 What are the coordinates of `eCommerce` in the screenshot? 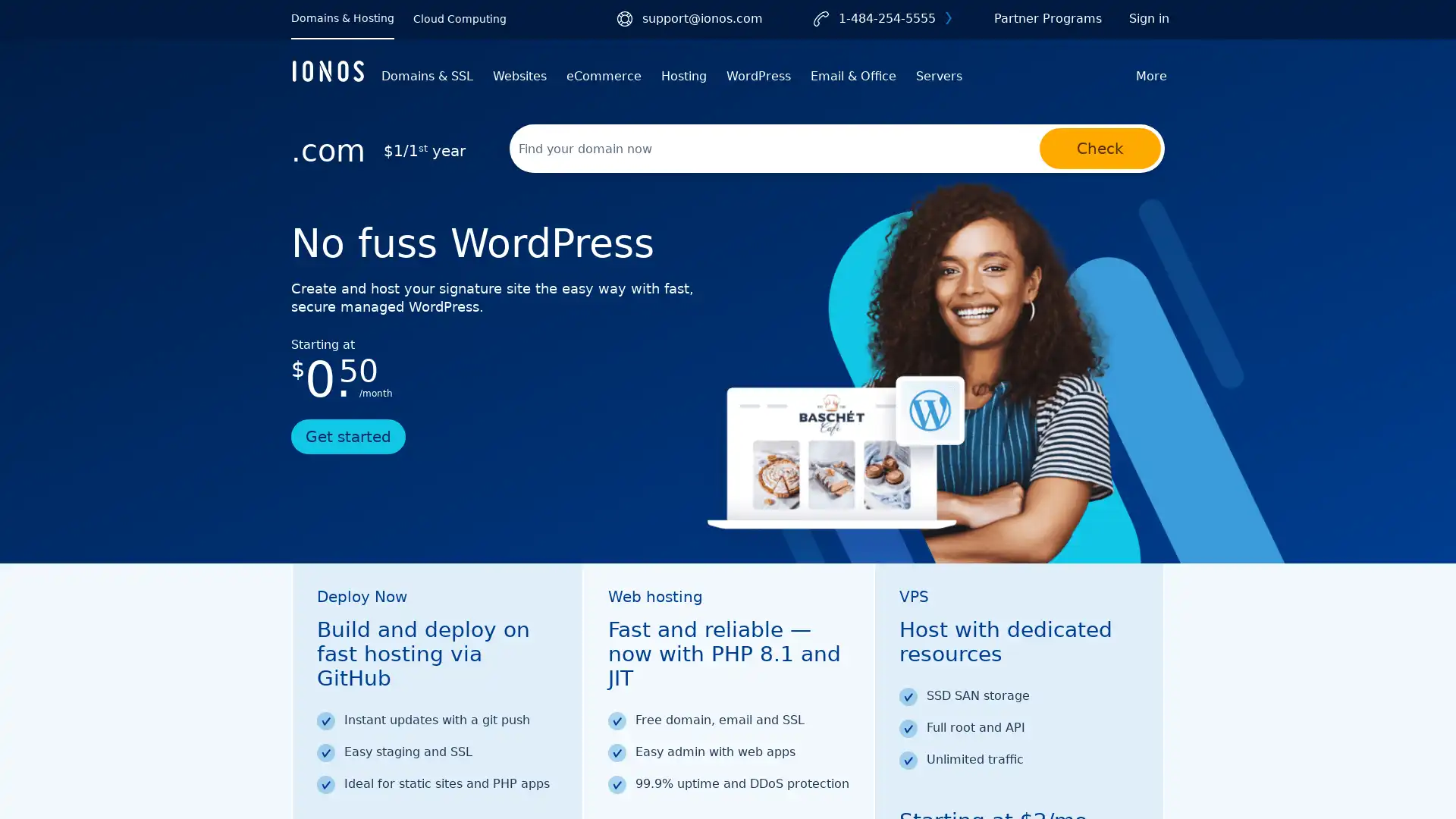 It's located at (593, 76).